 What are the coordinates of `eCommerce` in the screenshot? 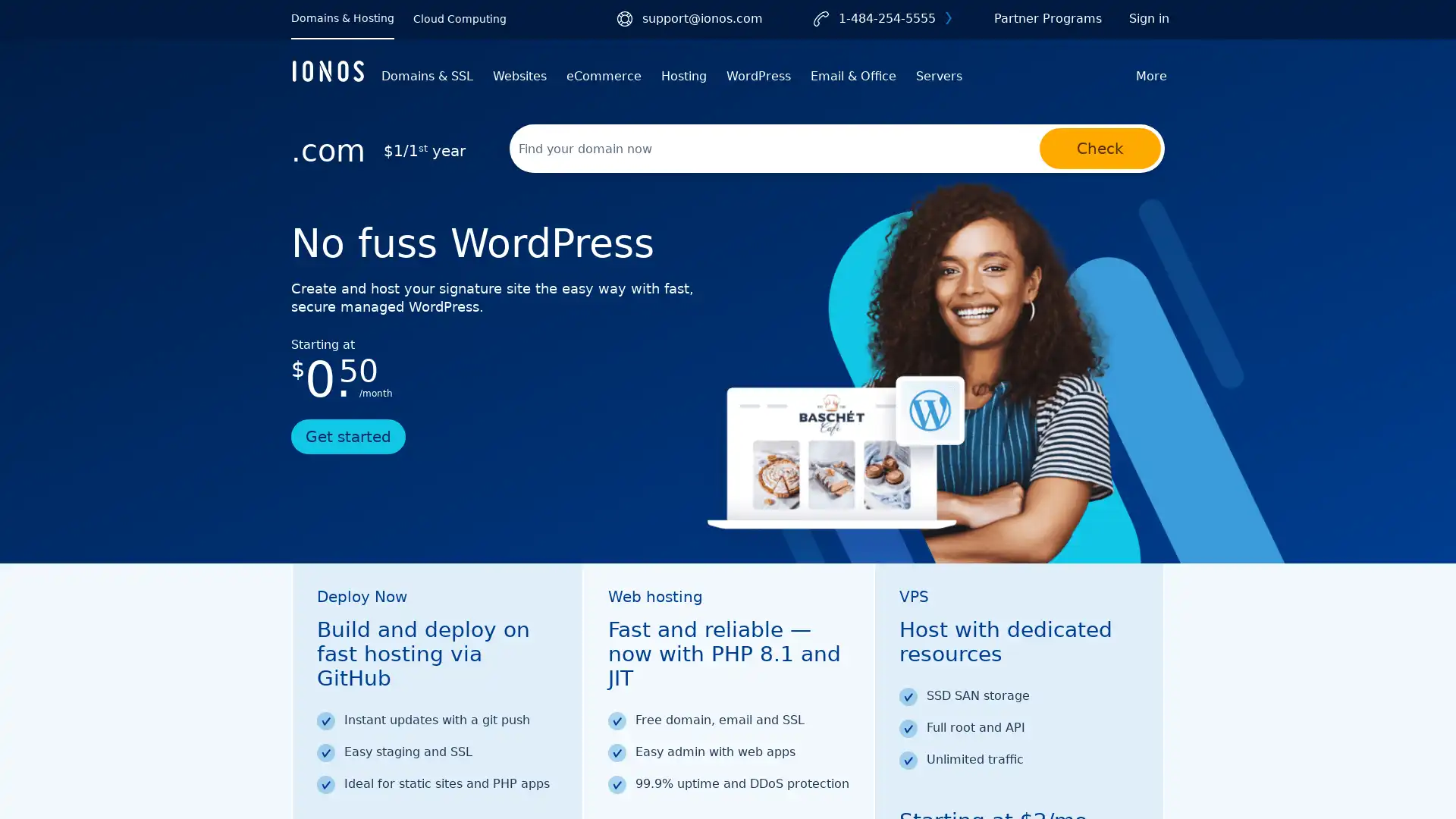 It's located at (593, 76).